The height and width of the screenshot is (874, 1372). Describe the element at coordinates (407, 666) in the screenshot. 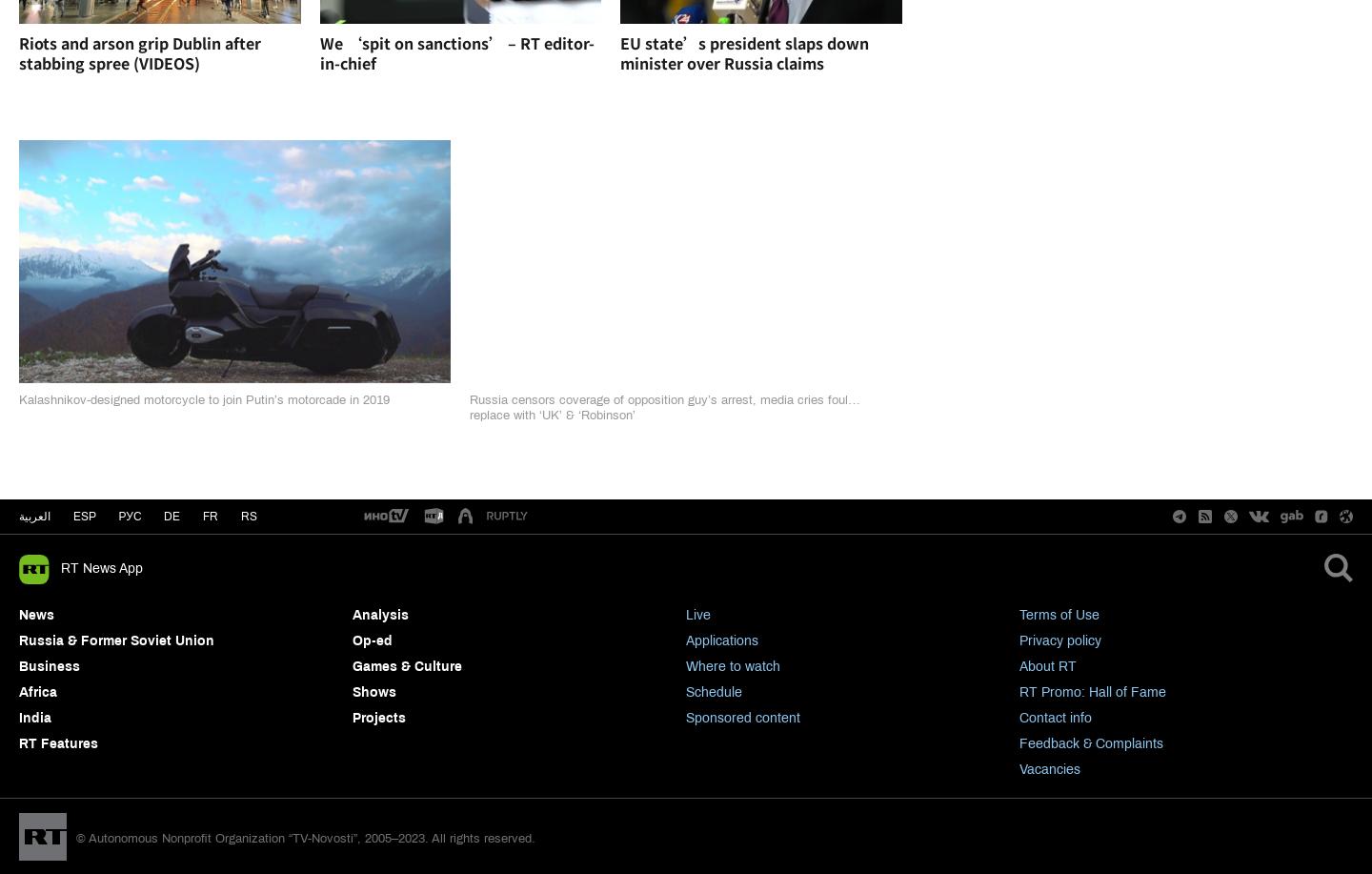

I see `'Games & Culture'` at that location.